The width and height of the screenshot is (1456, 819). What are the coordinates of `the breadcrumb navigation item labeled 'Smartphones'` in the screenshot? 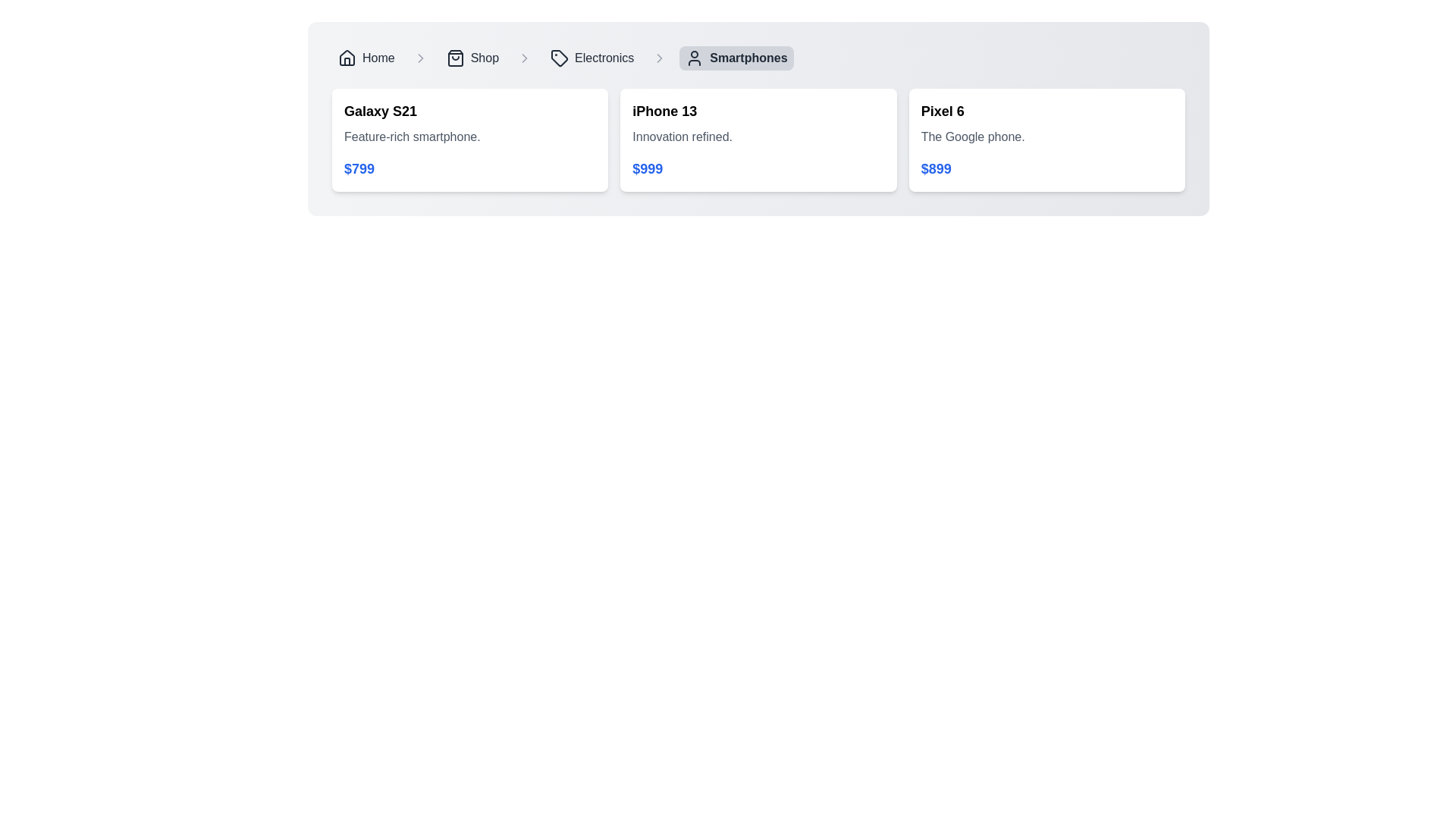 It's located at (736, 58).